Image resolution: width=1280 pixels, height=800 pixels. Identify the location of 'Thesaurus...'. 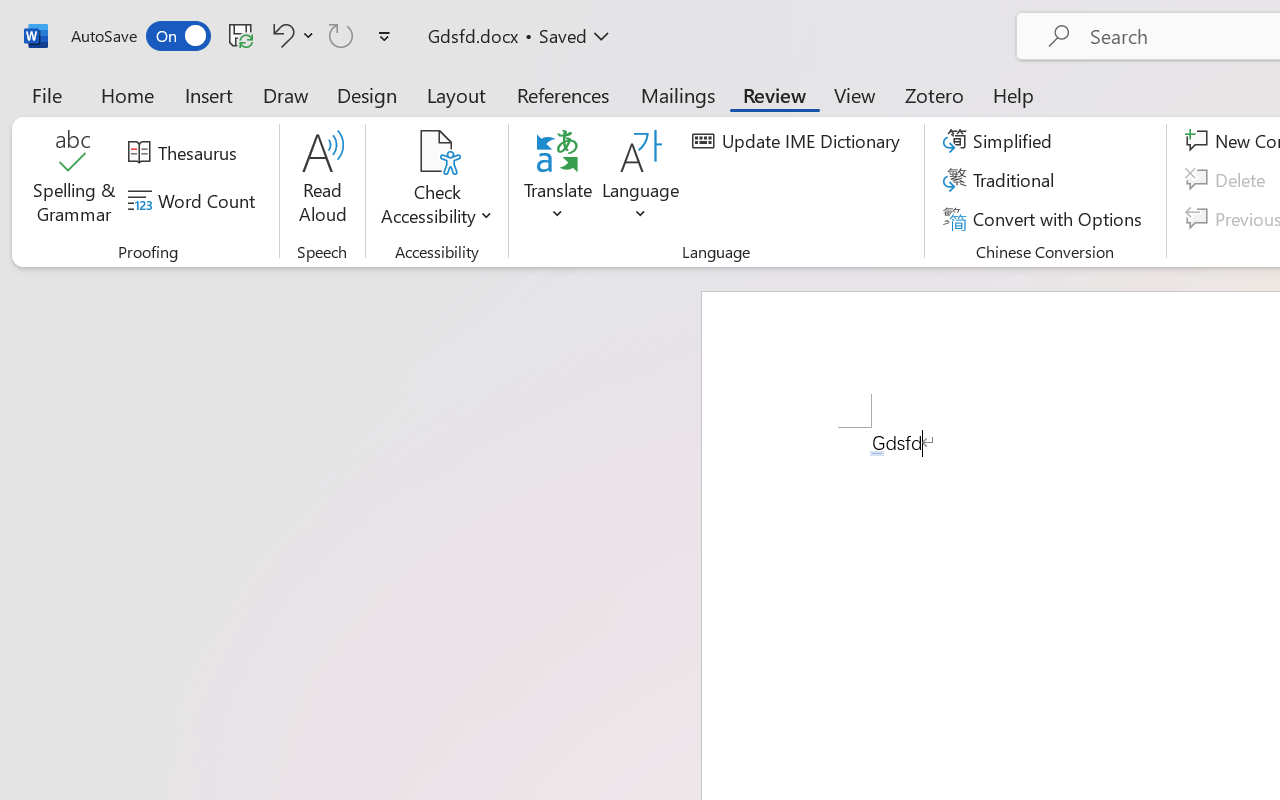
(185, 153).